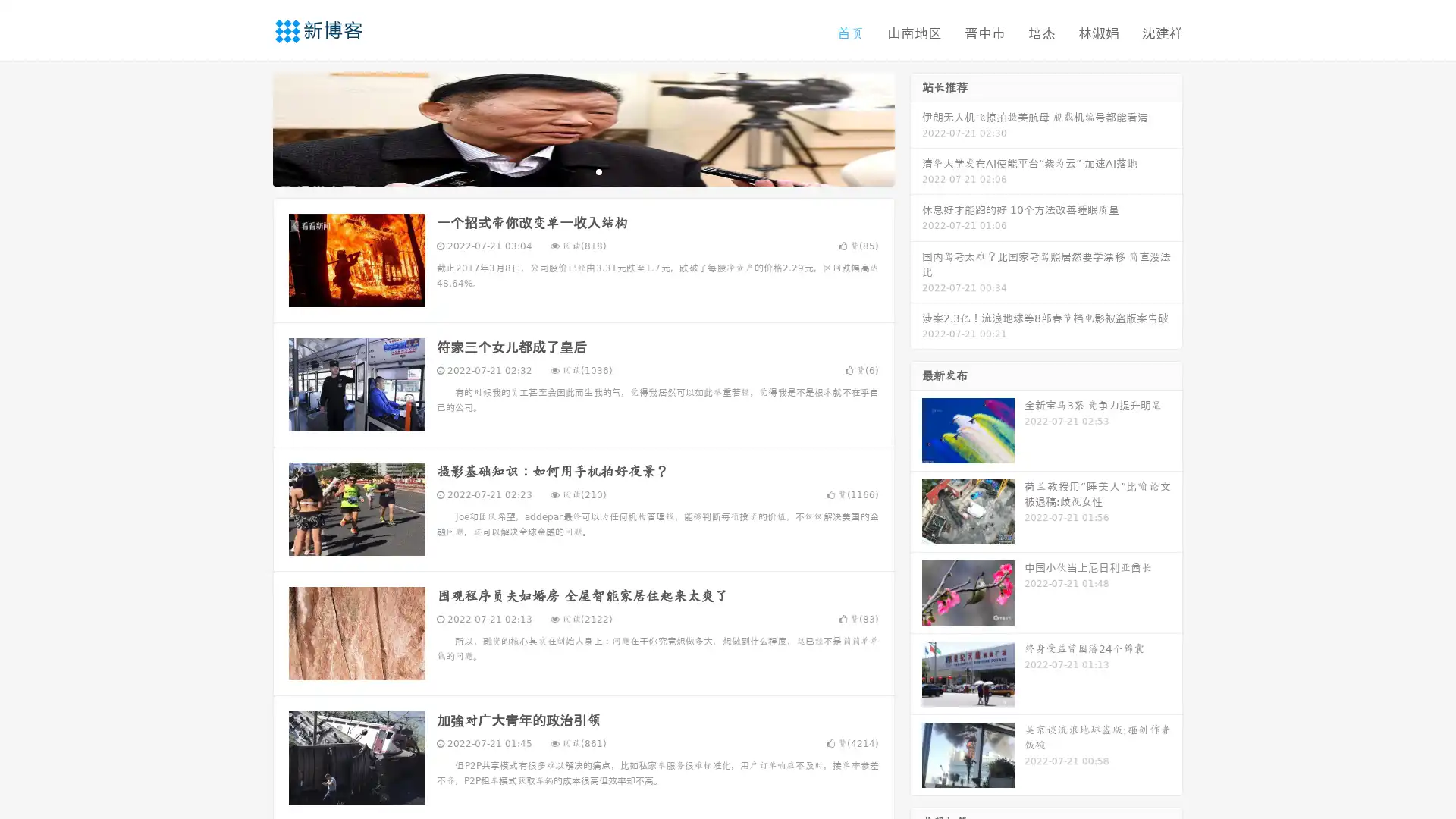  I want to click on Go to slide 2, so click(582, 171).